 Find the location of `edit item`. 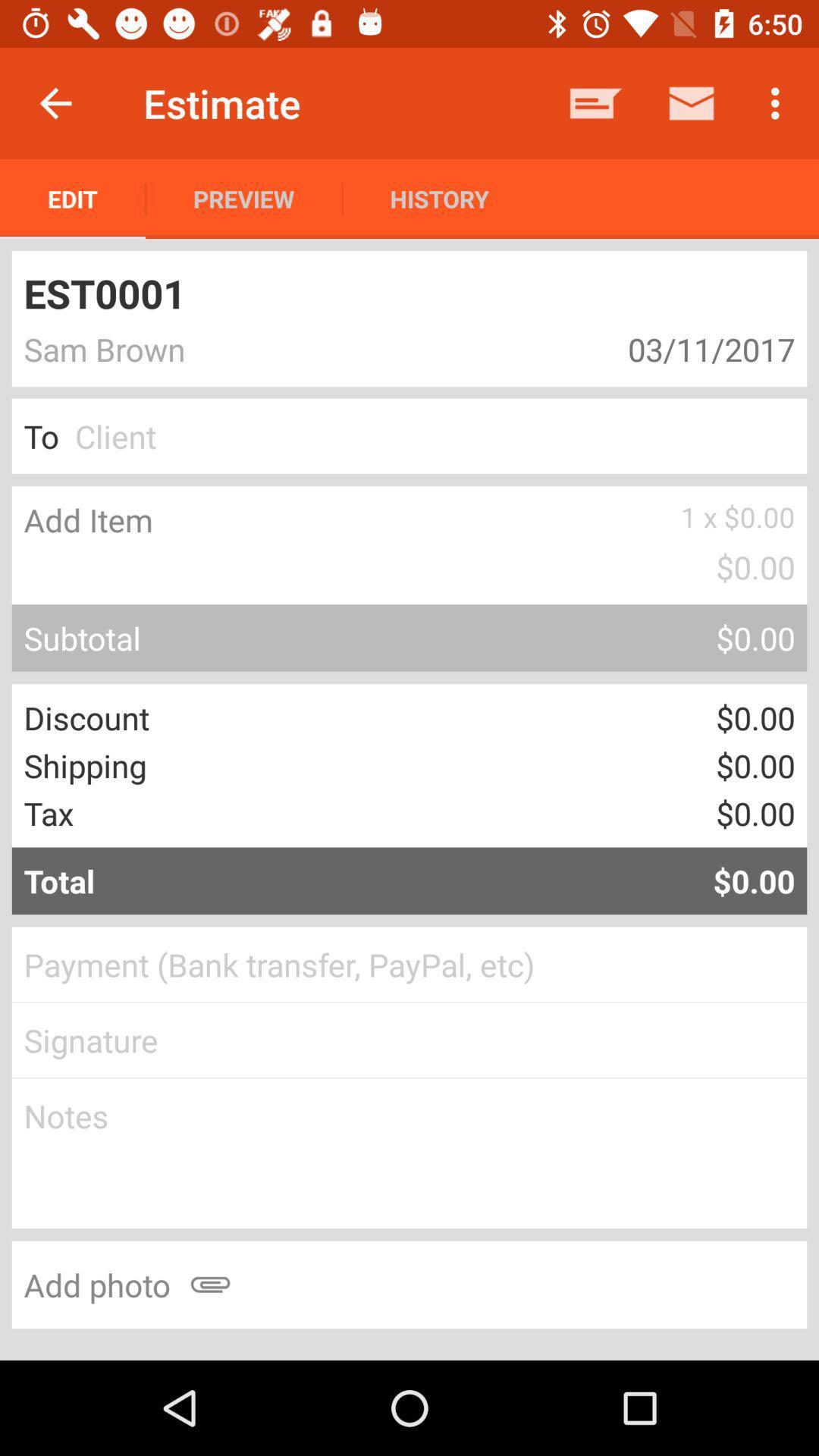

edit item is located at coordinates (73, 198).